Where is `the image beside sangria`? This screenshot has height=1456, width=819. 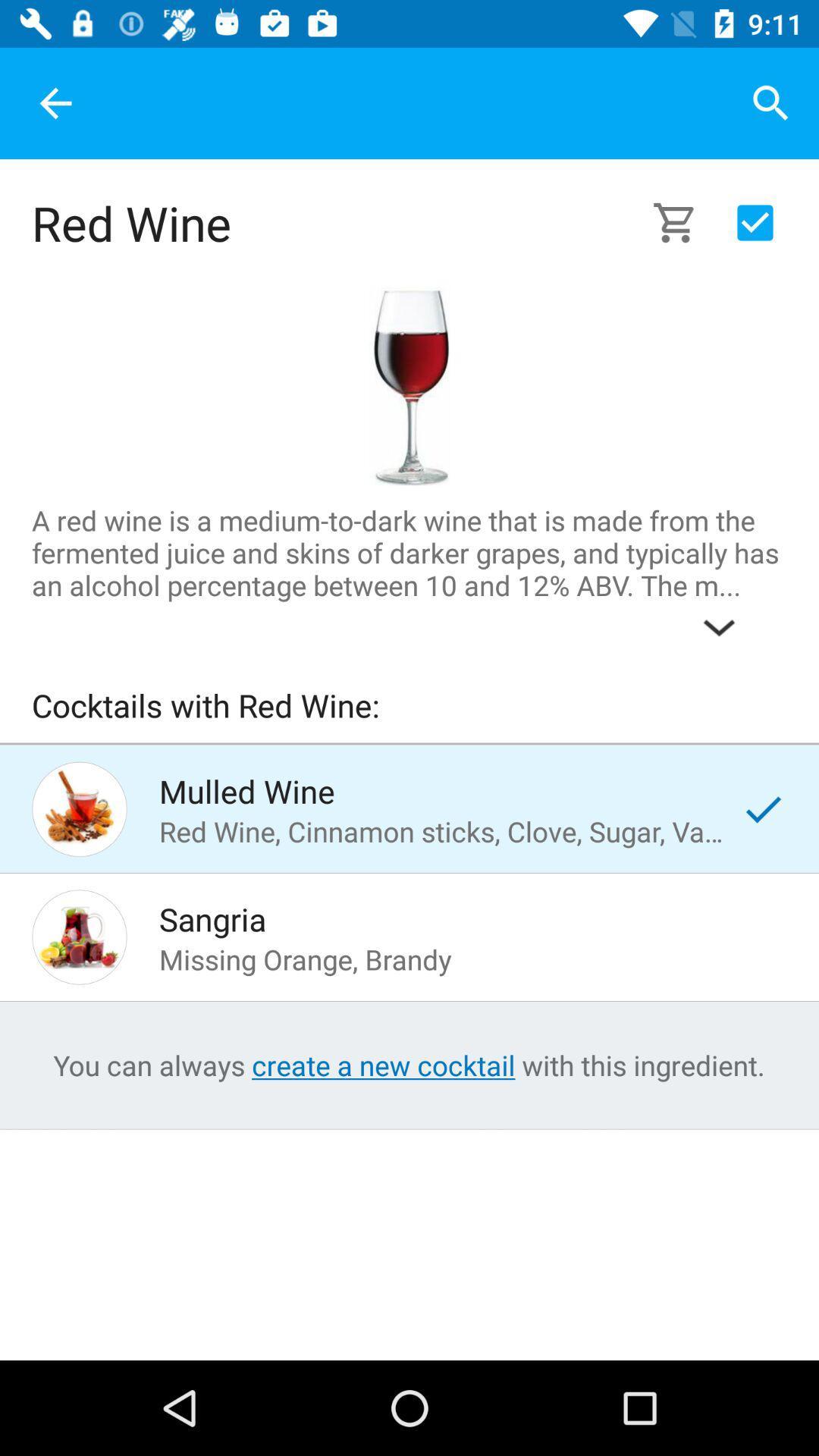 the image beside sangria is located at coordinates (79, 936).